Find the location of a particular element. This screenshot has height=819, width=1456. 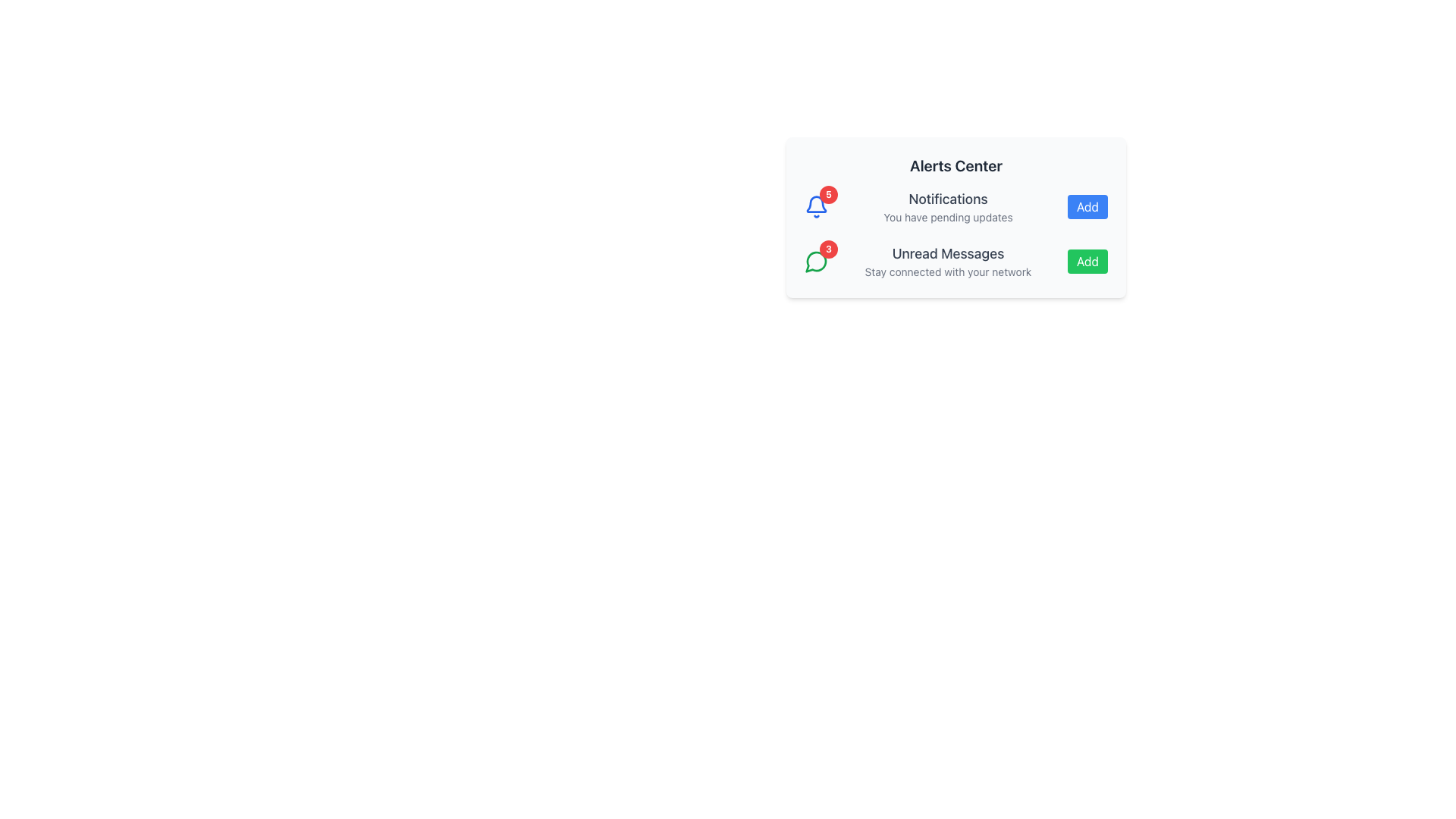

the 'Add' button located in the 'Notifications' section of the 'Alerts Center' card to experience its hover effect is located at coordinates (1087, 207).